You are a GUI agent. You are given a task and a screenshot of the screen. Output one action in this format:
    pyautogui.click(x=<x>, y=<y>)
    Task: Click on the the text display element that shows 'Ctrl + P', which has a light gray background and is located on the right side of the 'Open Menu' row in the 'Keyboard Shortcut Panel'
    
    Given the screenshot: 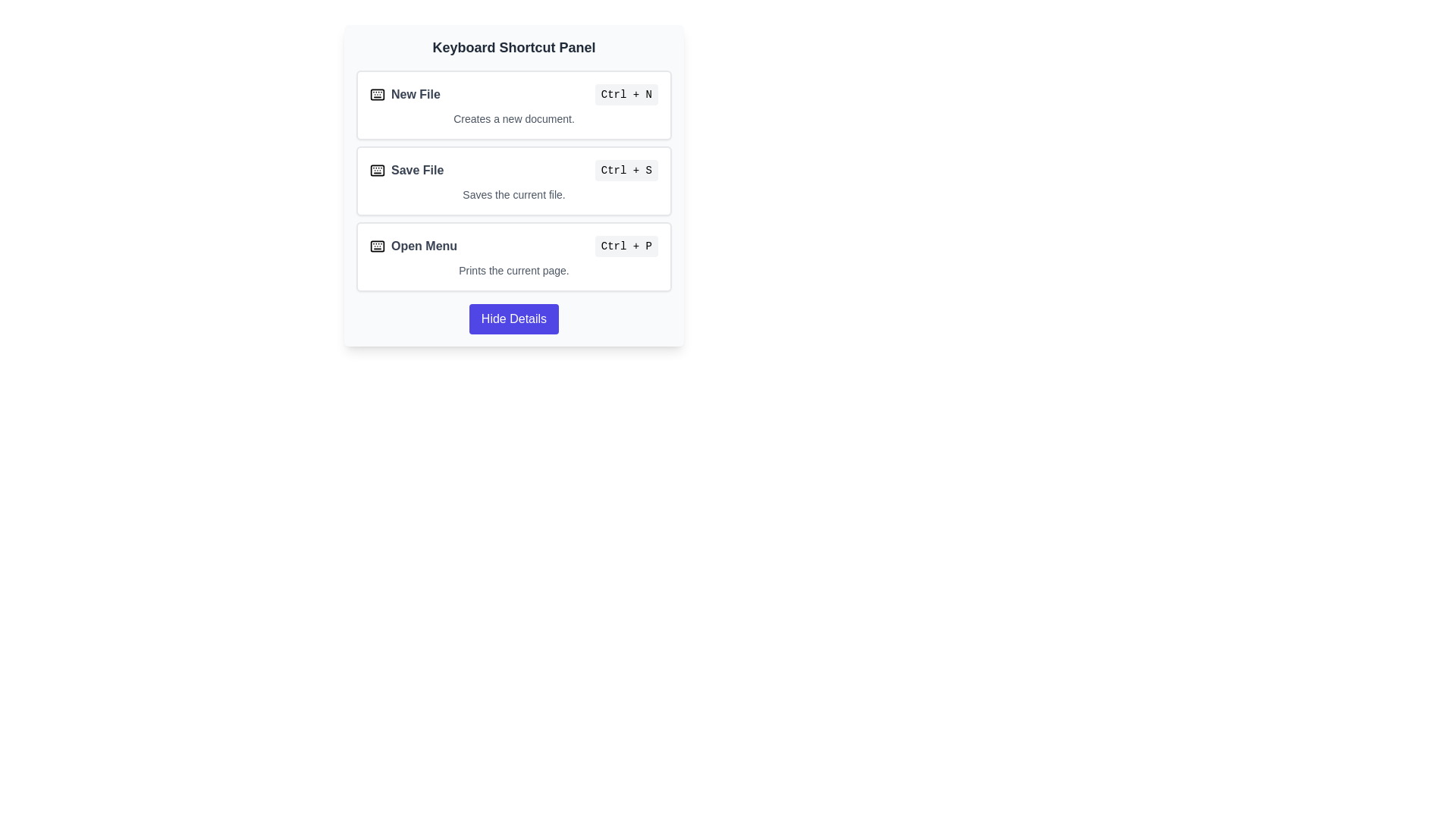 What is the action you would take?
    pyautogui.click(x=626, y=245)
    